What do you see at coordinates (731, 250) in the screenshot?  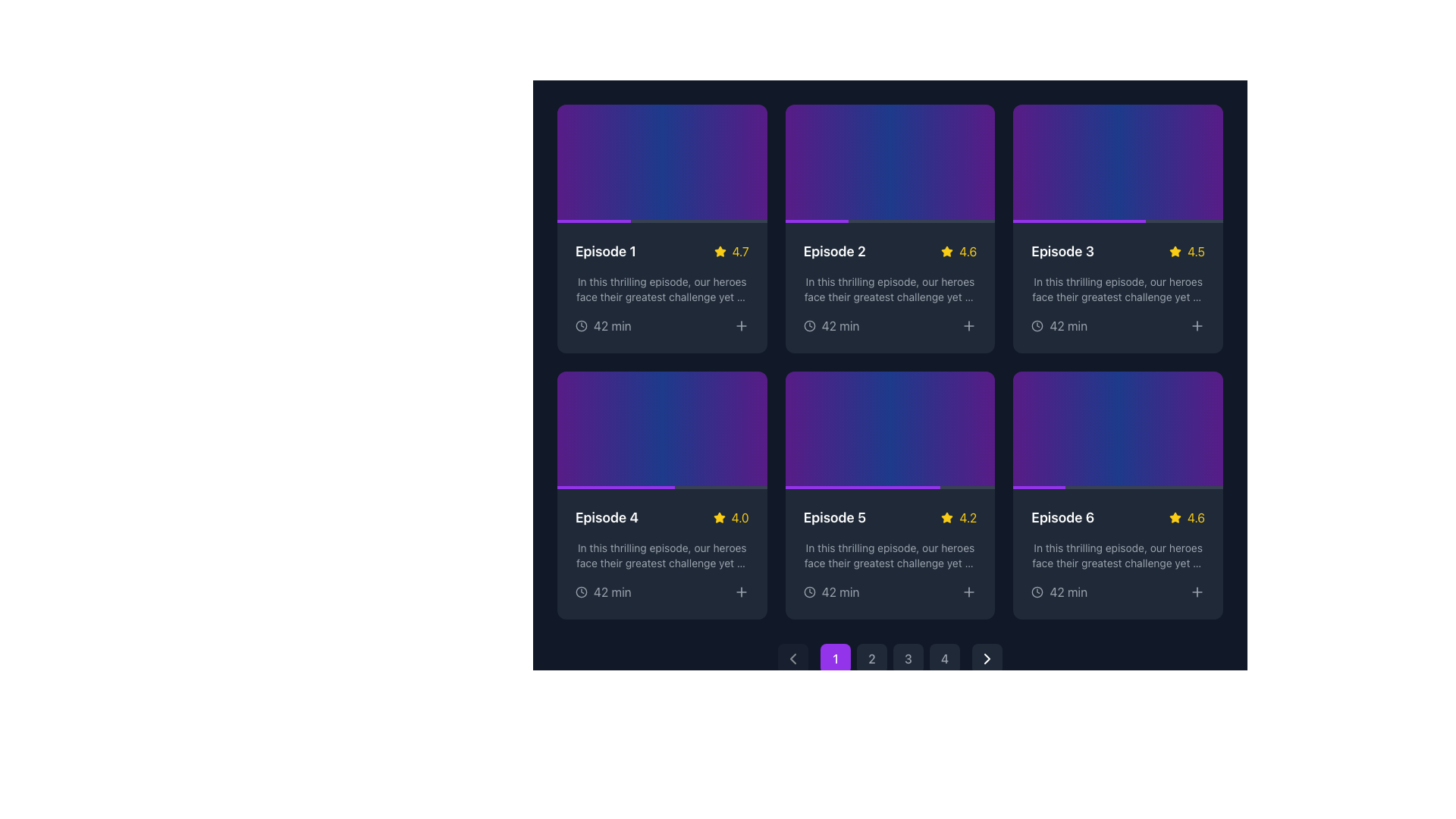 I see `the displayed rating for Episode 1, which is visually represented in the rating section at the top-right corner of the card` at bounding box center [731, 250].